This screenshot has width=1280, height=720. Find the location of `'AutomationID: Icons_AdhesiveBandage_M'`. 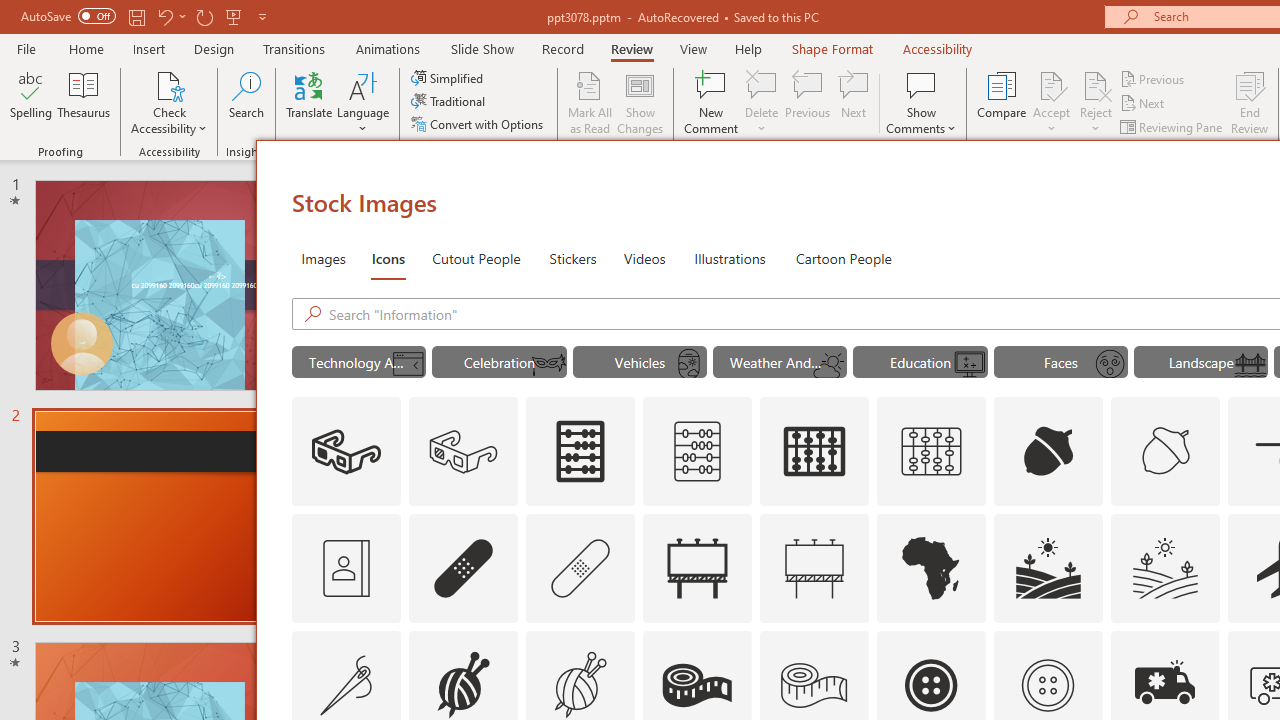

'AutomationID: Icons_AdhesiveBandage_M' is located at coordinates (580, 568).